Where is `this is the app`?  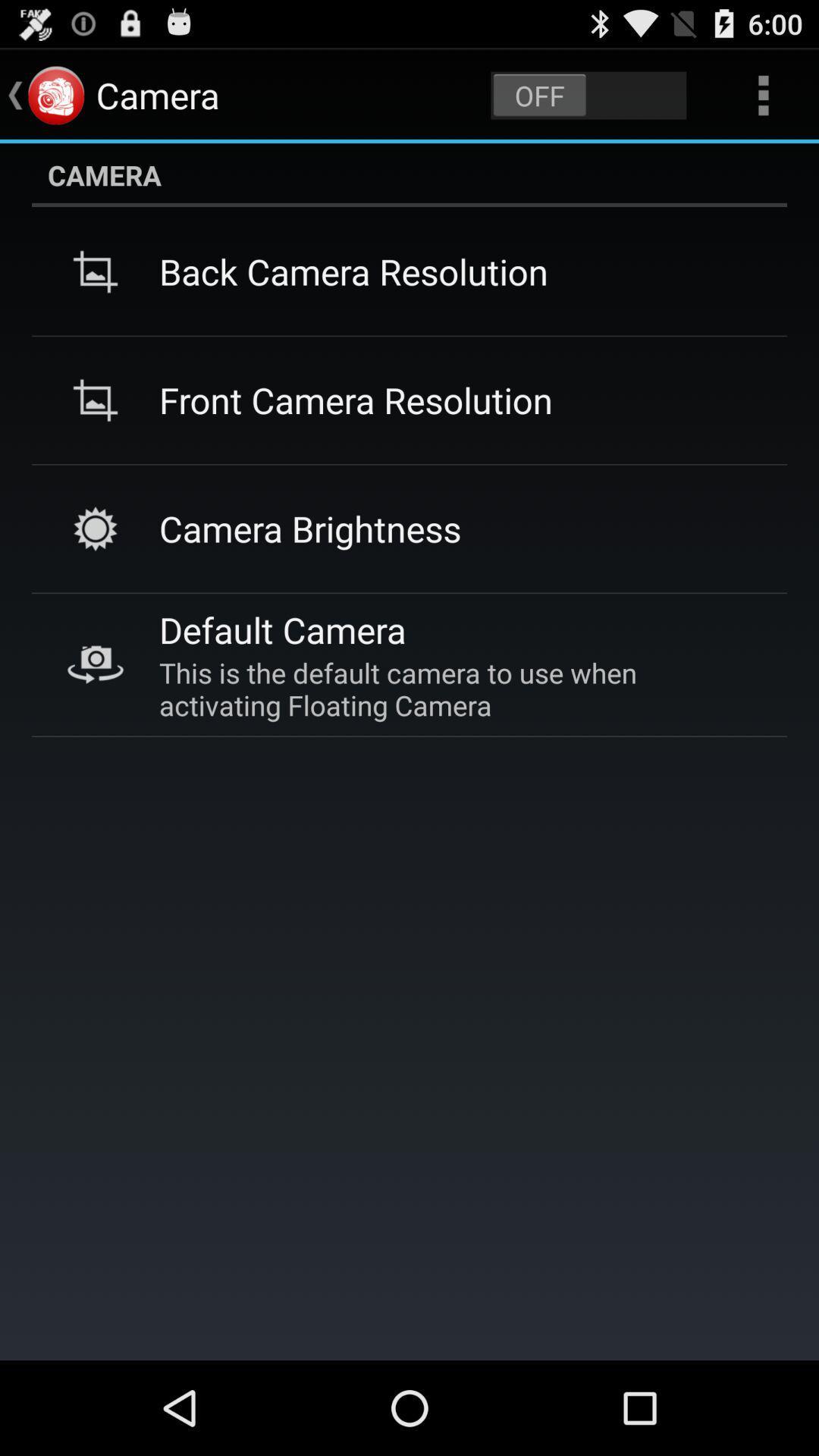
this is the app is located at coordinates (454, 688).